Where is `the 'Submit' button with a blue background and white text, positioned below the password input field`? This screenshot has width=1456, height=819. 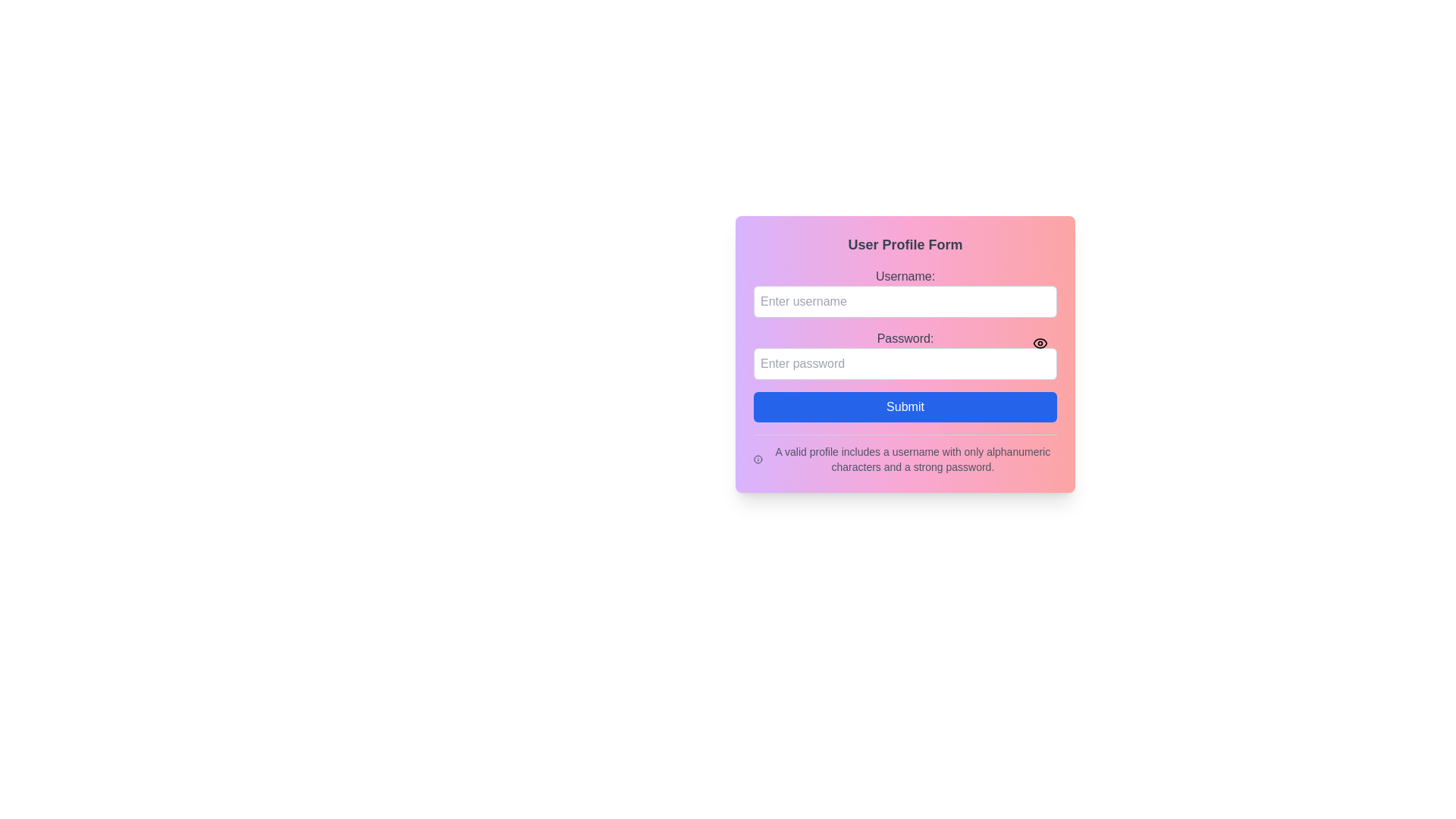
the 'Submit' button with a blue background and white text, positioned below the password input field is located at coordinates (905, 406).